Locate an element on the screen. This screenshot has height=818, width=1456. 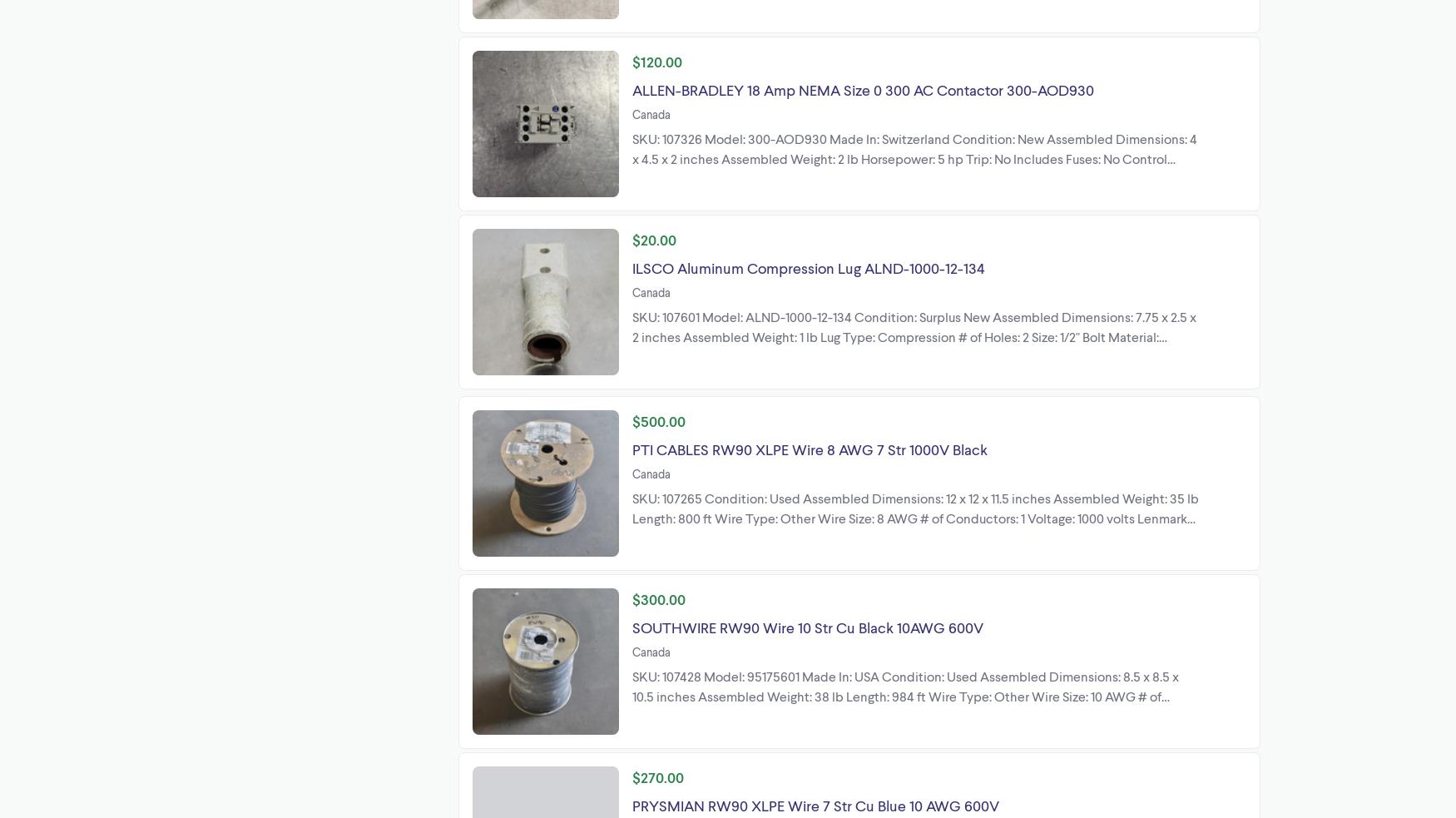
'$300.00' is located at coordinates (658, 597).